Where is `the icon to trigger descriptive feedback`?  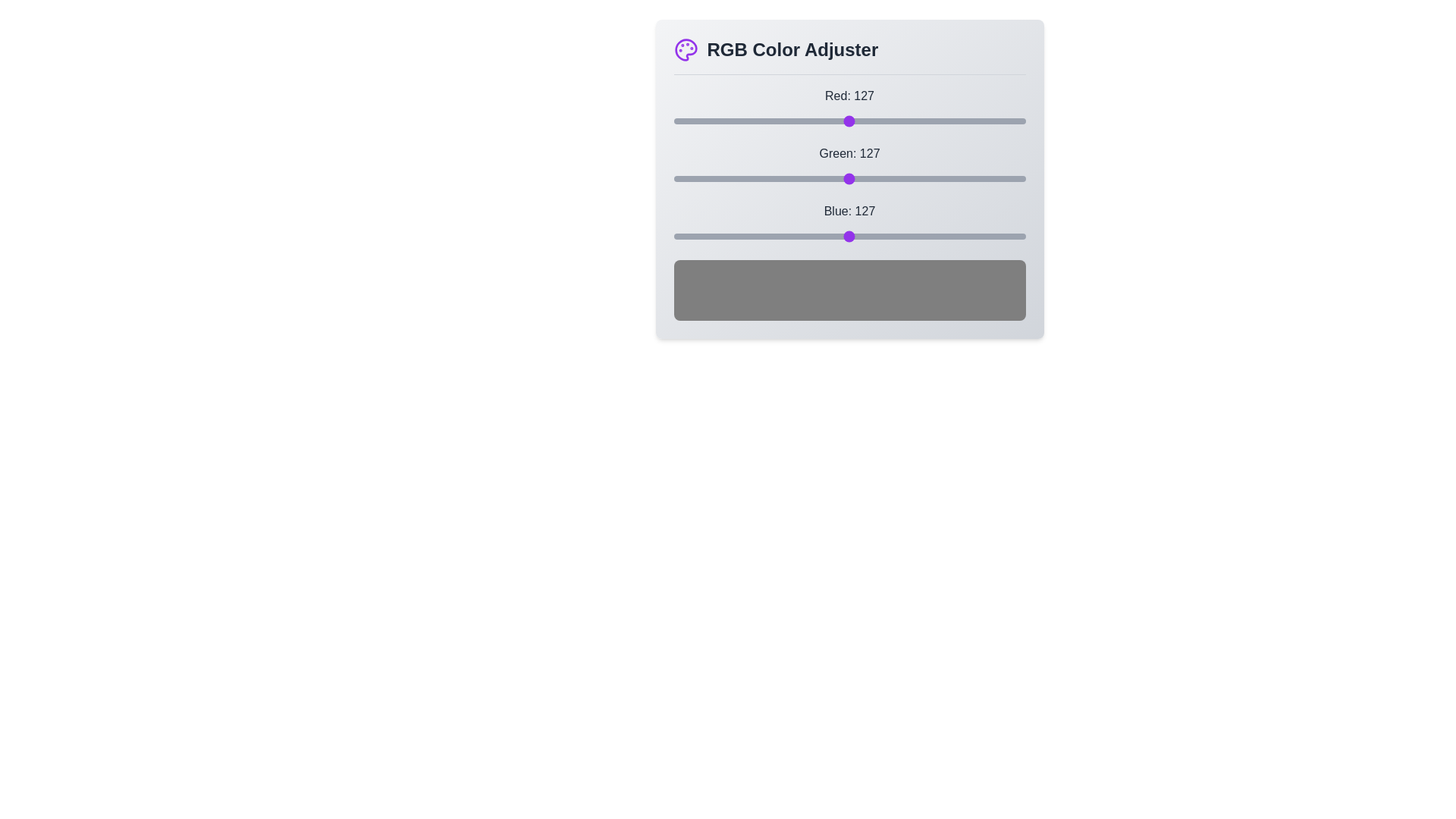
the icon to trigger descriptive feedback is located at coordinates (685, 49).